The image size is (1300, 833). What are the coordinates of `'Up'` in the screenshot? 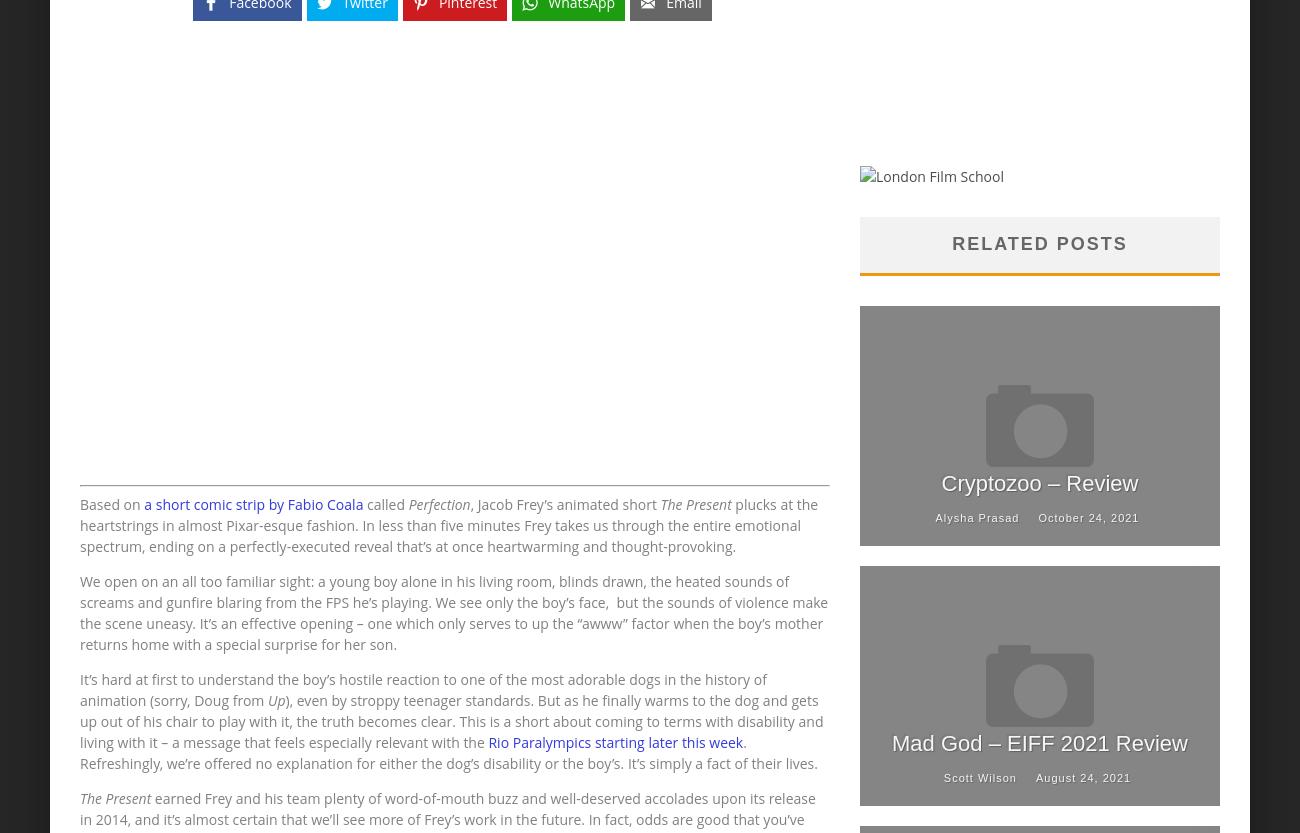 It's located at (276, 699).